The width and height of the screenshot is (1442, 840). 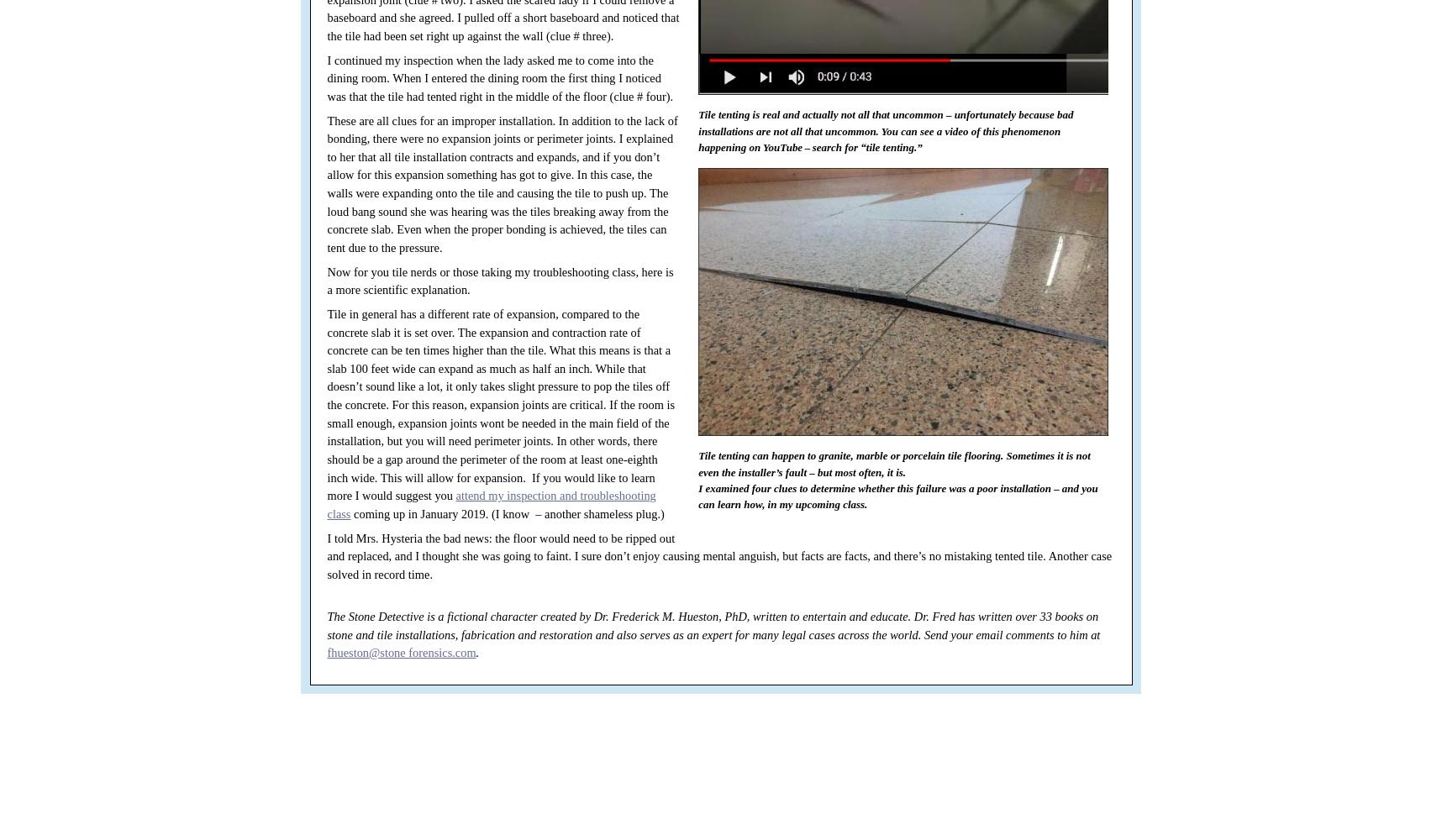 I want to click on '– another shameless plug.)', so click(x=534, y=512).